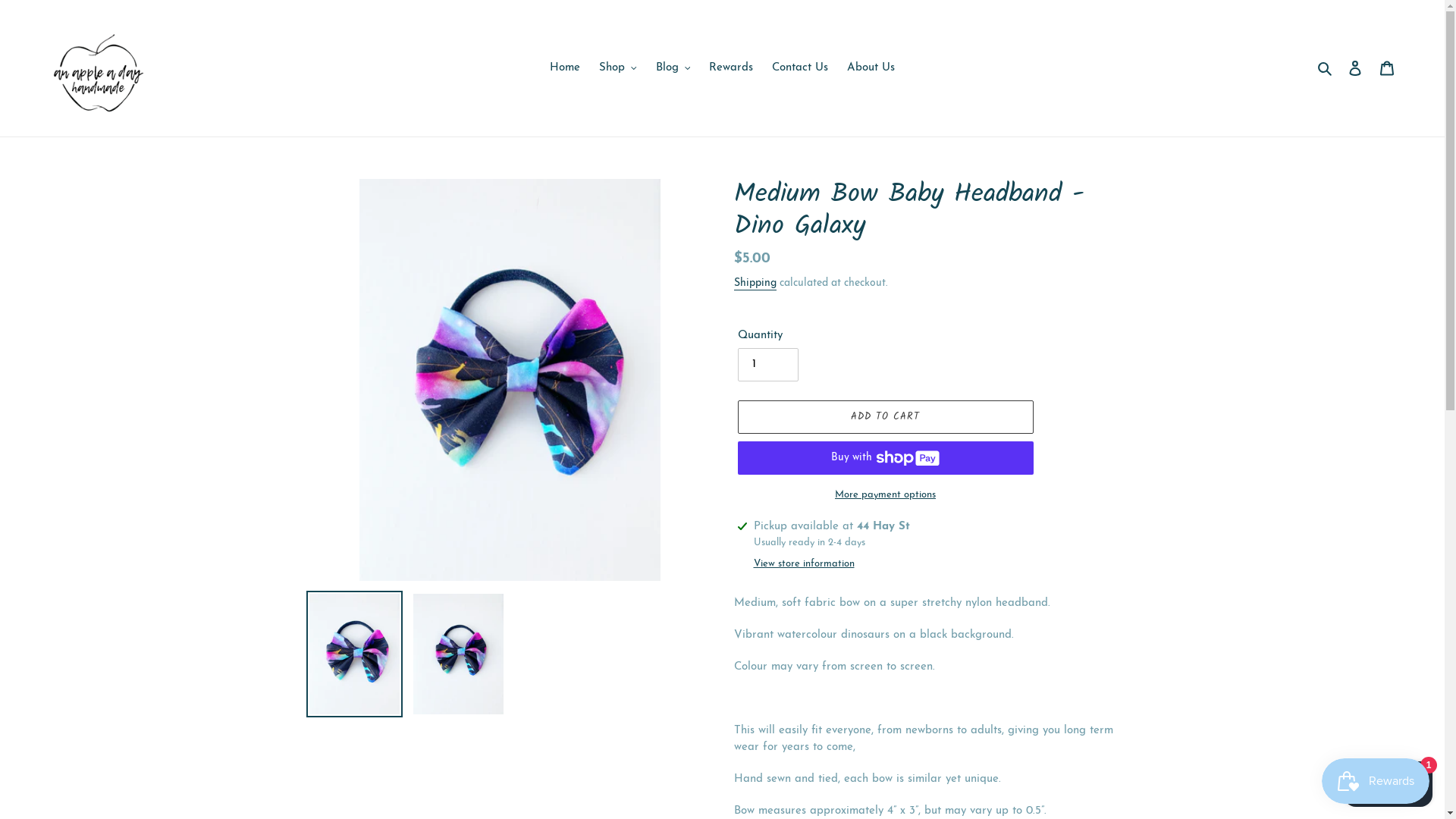 Image resolution: width=1456 pixels, height=819 pixels. I want to click on 'Shopify online store chat', so click(1388, 780).